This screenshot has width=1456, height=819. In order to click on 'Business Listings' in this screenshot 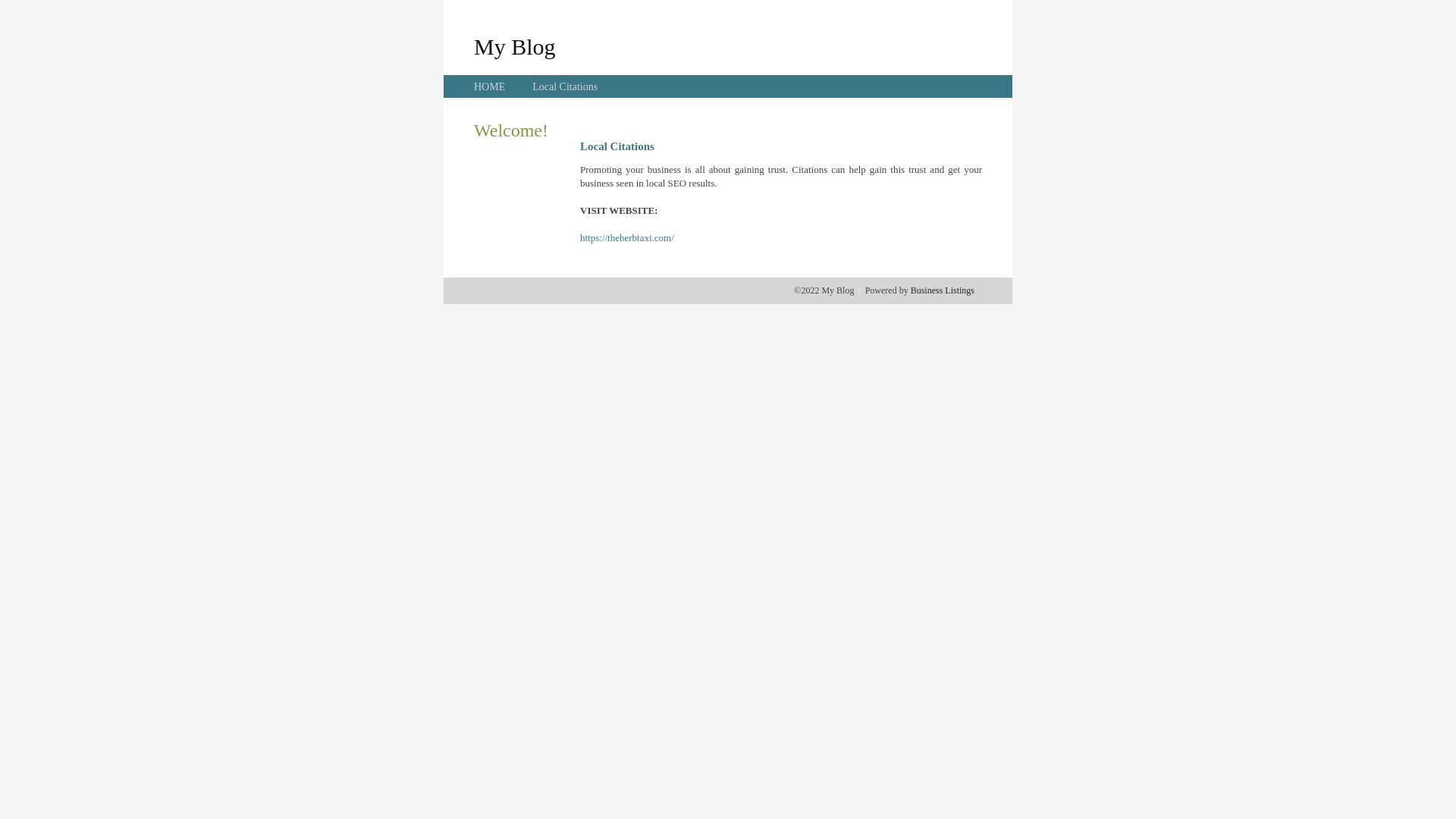, I will do `click(942, 290)`.